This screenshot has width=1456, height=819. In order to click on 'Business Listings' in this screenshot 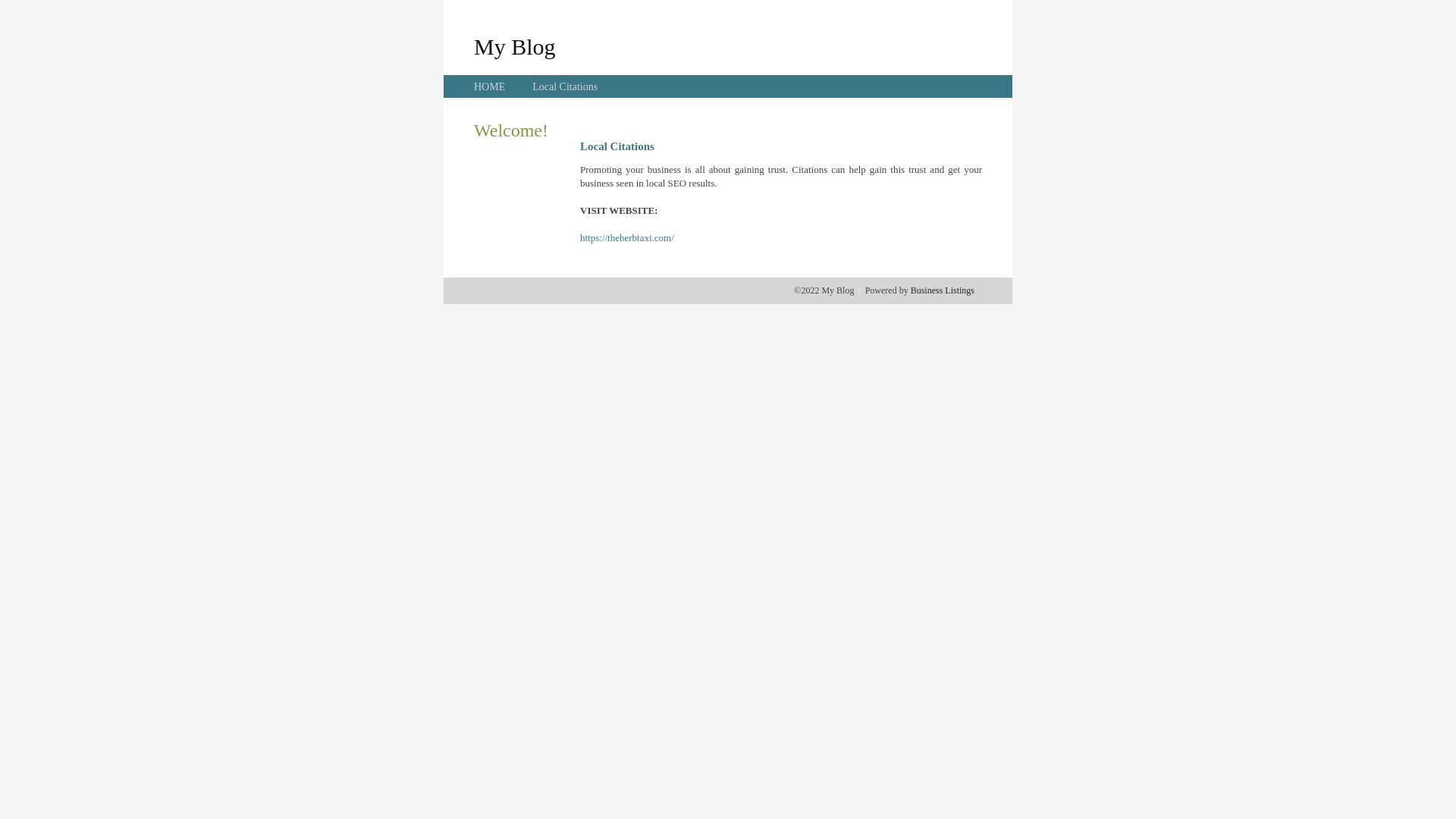, I will do `click(942, 290)`.